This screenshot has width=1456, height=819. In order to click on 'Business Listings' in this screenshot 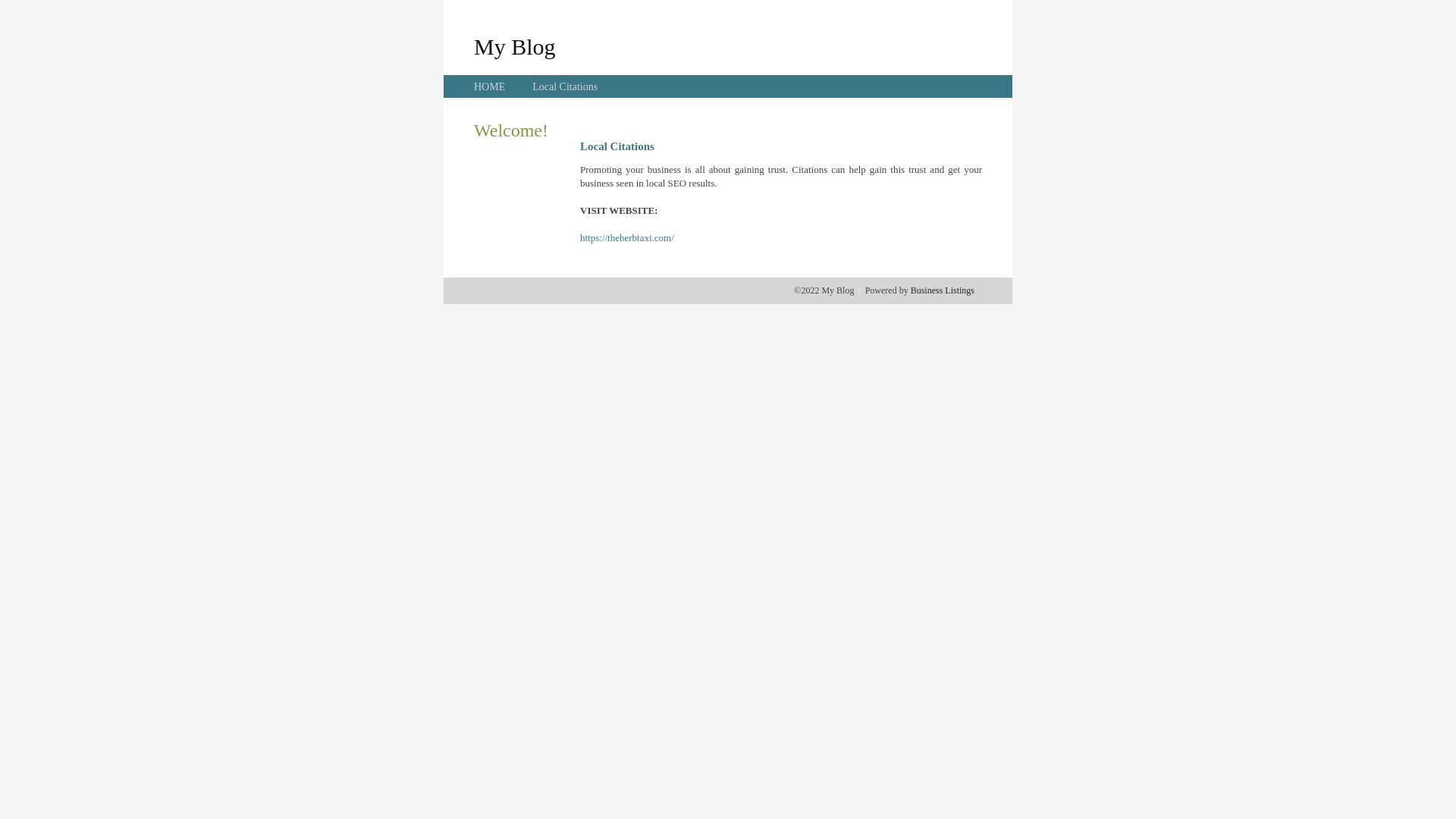, I will do `click(942, 290)`.